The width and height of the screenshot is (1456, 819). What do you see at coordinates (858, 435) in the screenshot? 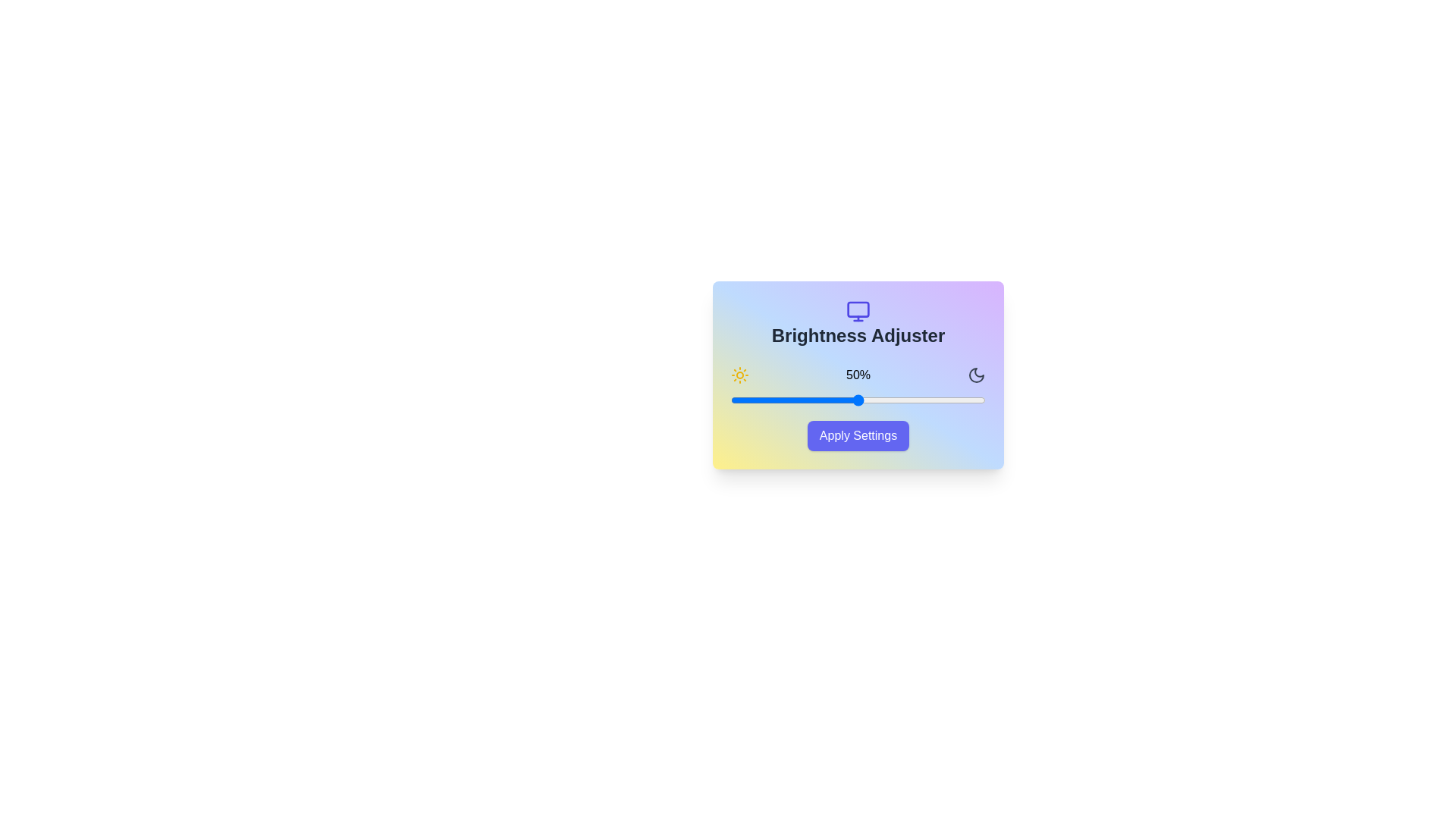
I see `'Apply Settings' button to confirm changes` at bounding box center [858, 435].